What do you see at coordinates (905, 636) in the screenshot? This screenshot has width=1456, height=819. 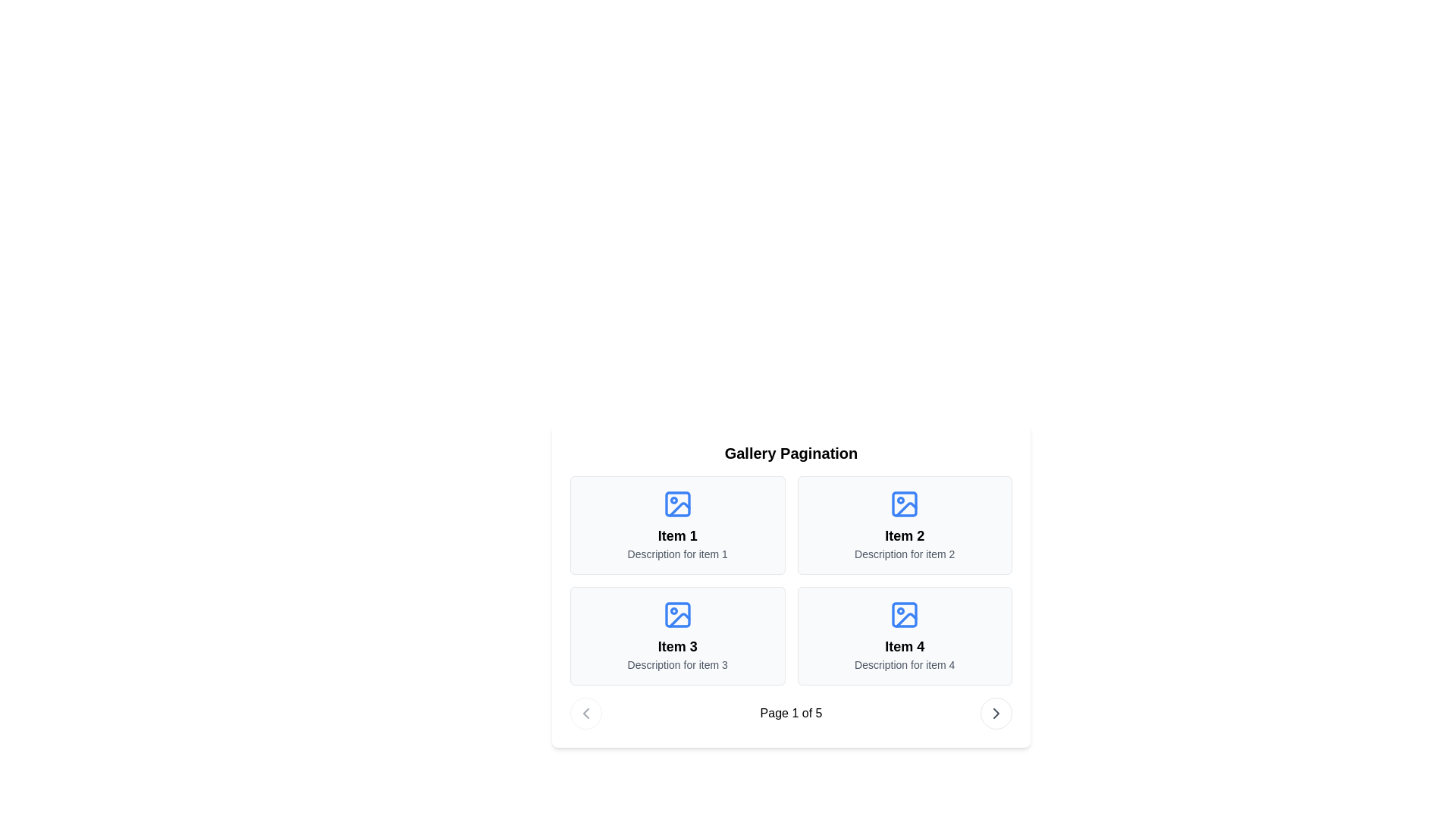 I see `the selectable item card representing 'Item 4' in the gallery grid, located at the bottom-right corner of the 2x2 structure` at bounding box center [905, 636].